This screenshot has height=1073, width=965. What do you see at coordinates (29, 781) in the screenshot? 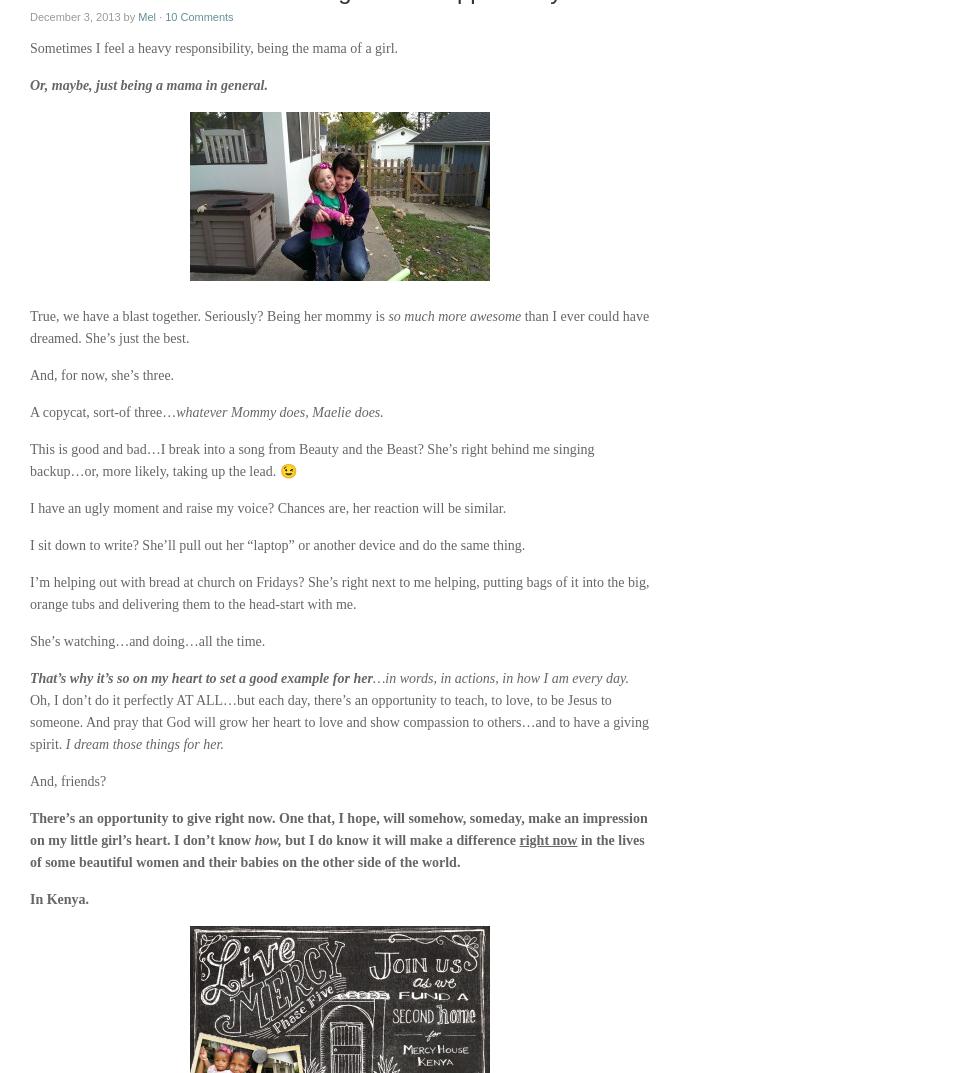
I see `'And, friends?'` at bounding box center [29, 781].